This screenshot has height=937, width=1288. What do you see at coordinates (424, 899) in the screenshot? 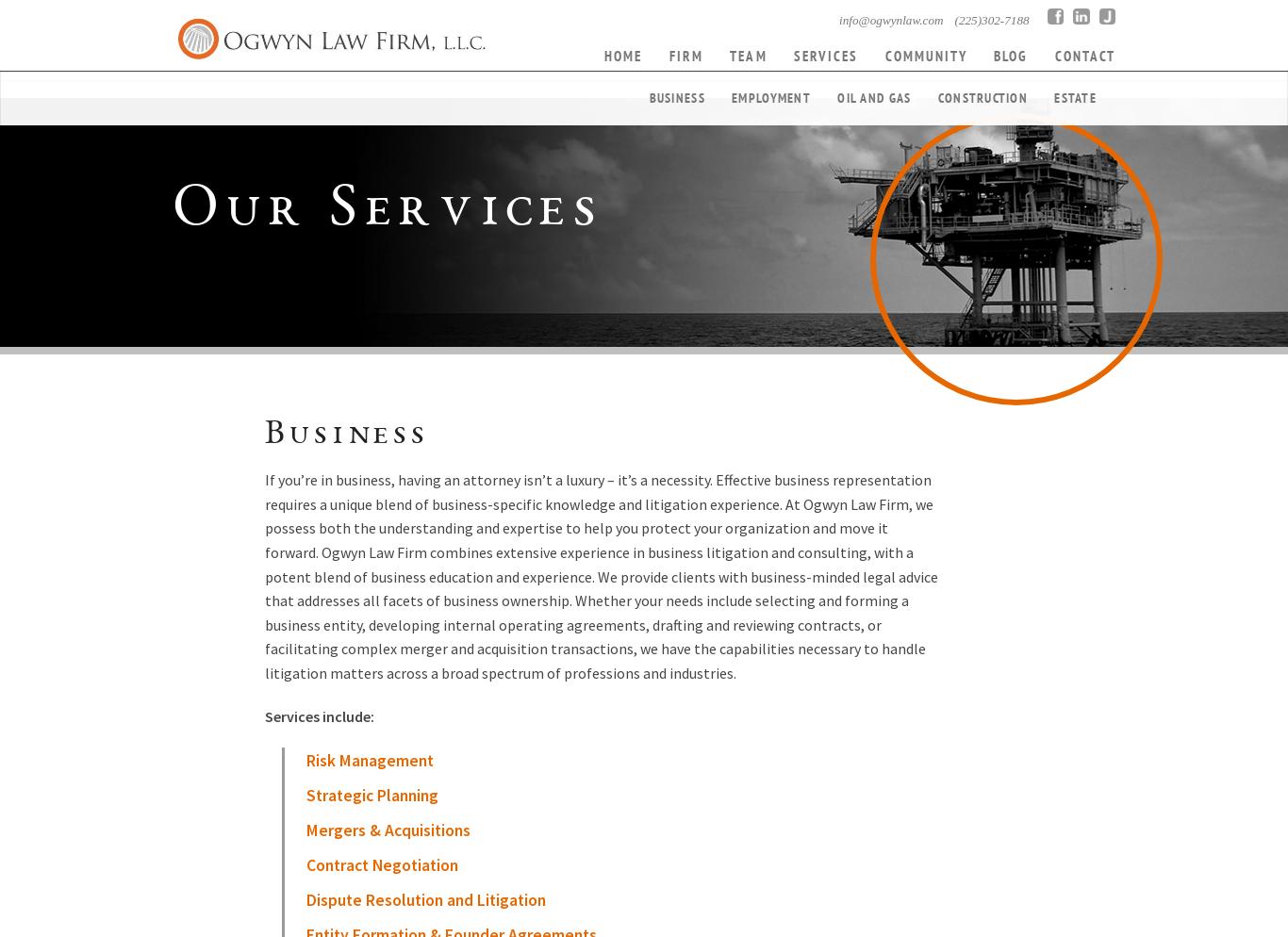
I see `'Dispute Resolution and Litigation'` at bounding box center [424, 899].